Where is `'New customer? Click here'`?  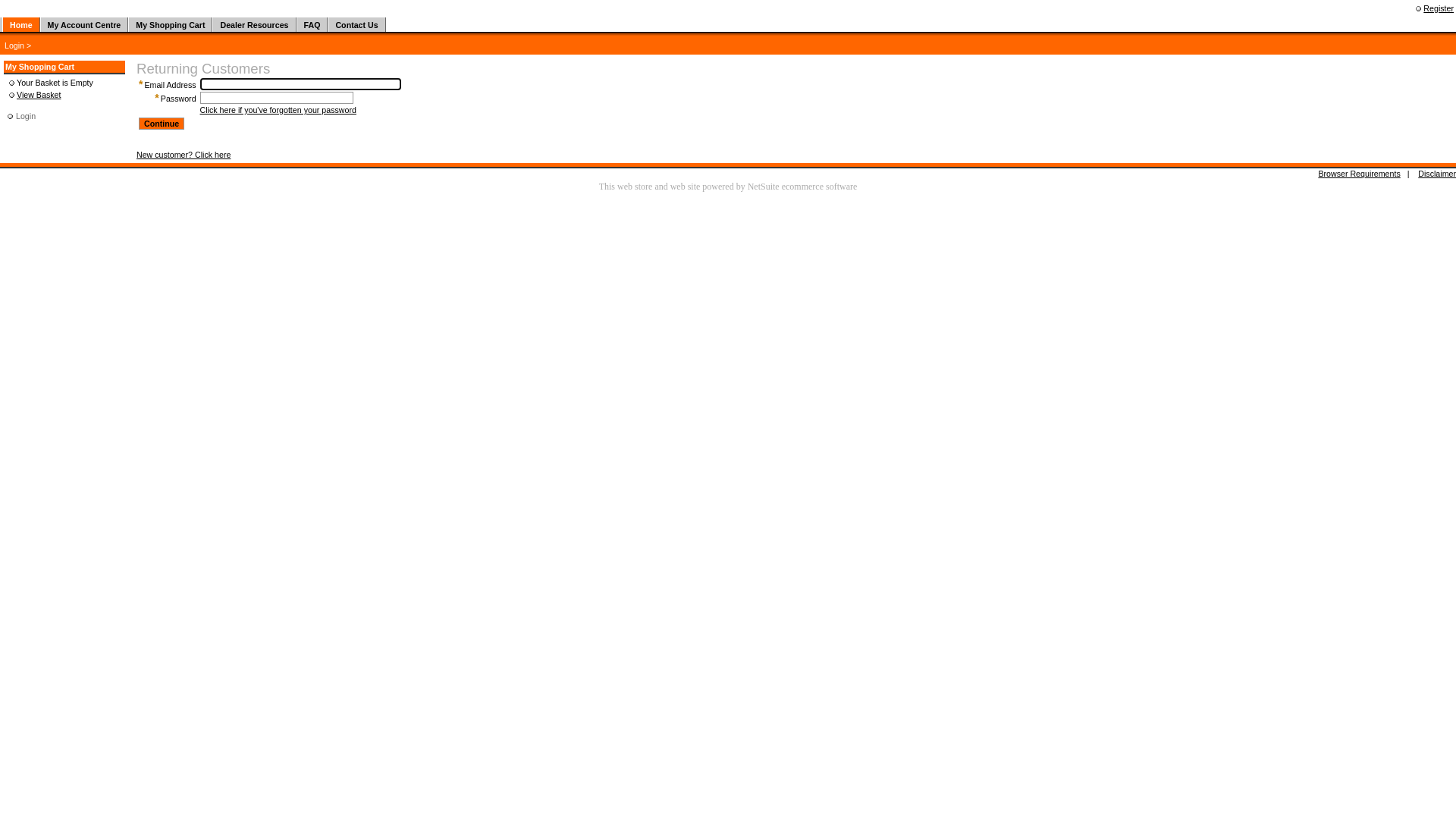 'New customer? Click here' is located at coordinates (182, 155).